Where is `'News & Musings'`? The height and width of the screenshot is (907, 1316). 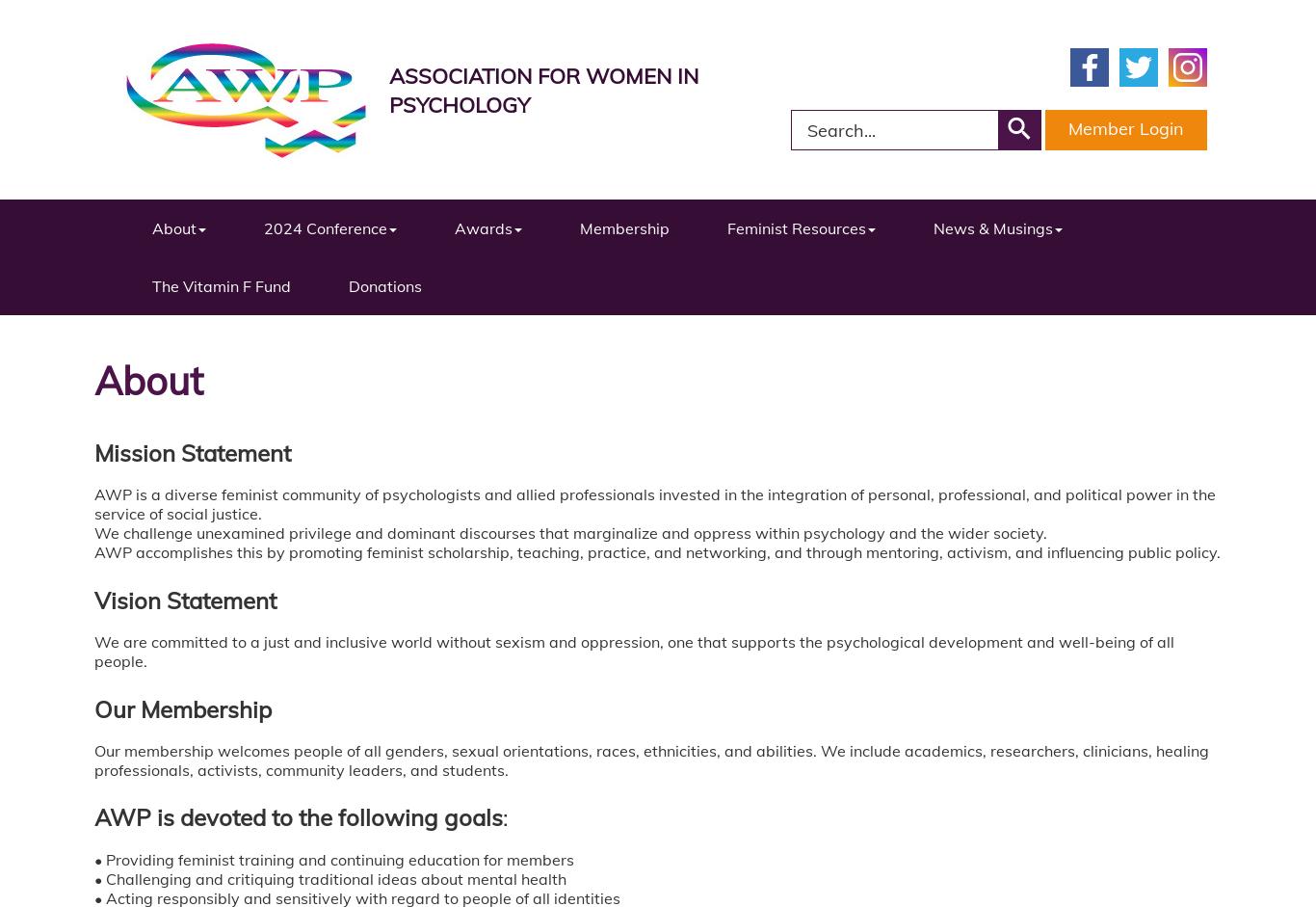
'News & Musings' is located at coordinates (992, 227).